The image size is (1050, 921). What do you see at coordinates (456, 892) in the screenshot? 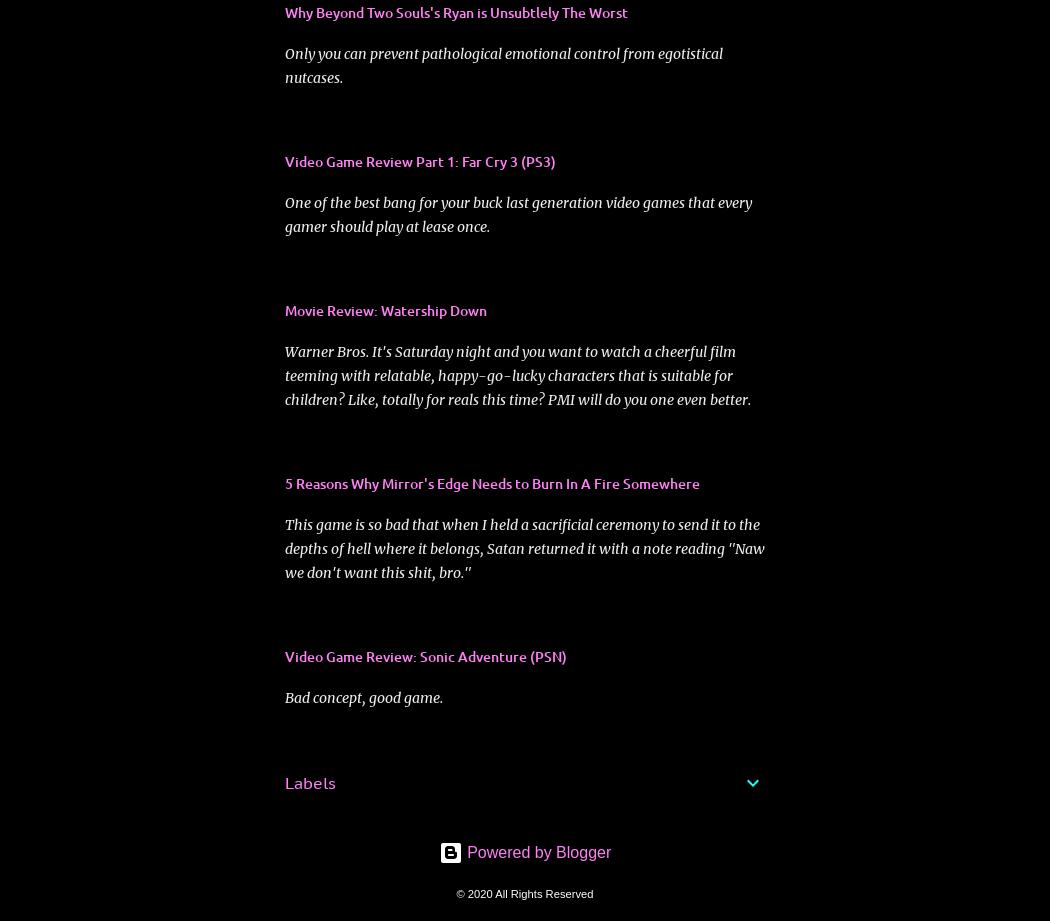
I see `'© 2020 All Rights Reserved'` at bounding box center [456, 892].